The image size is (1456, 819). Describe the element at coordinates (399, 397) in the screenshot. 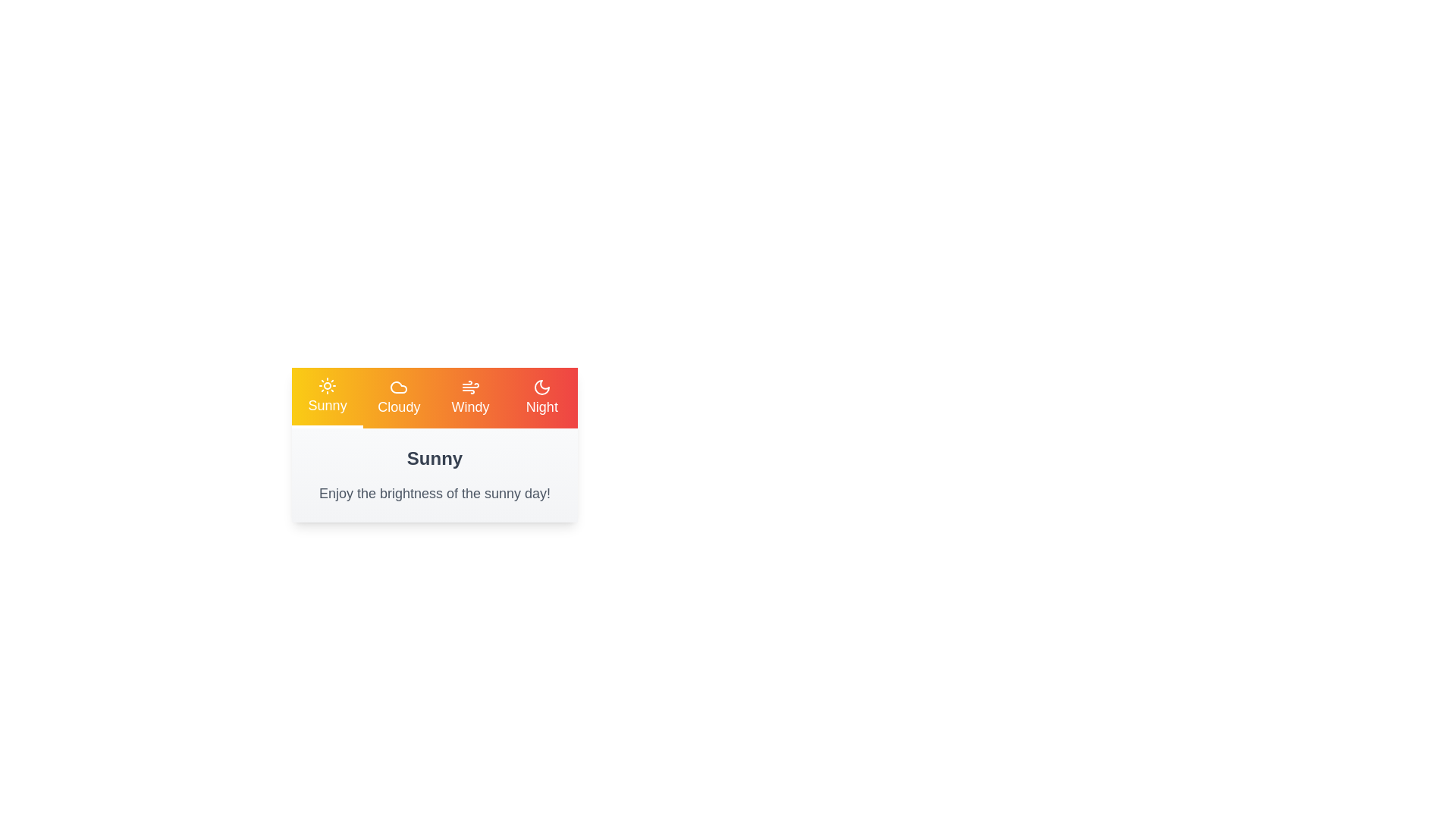

I see `the Cloudy tab to observe its visual state change` at that location.